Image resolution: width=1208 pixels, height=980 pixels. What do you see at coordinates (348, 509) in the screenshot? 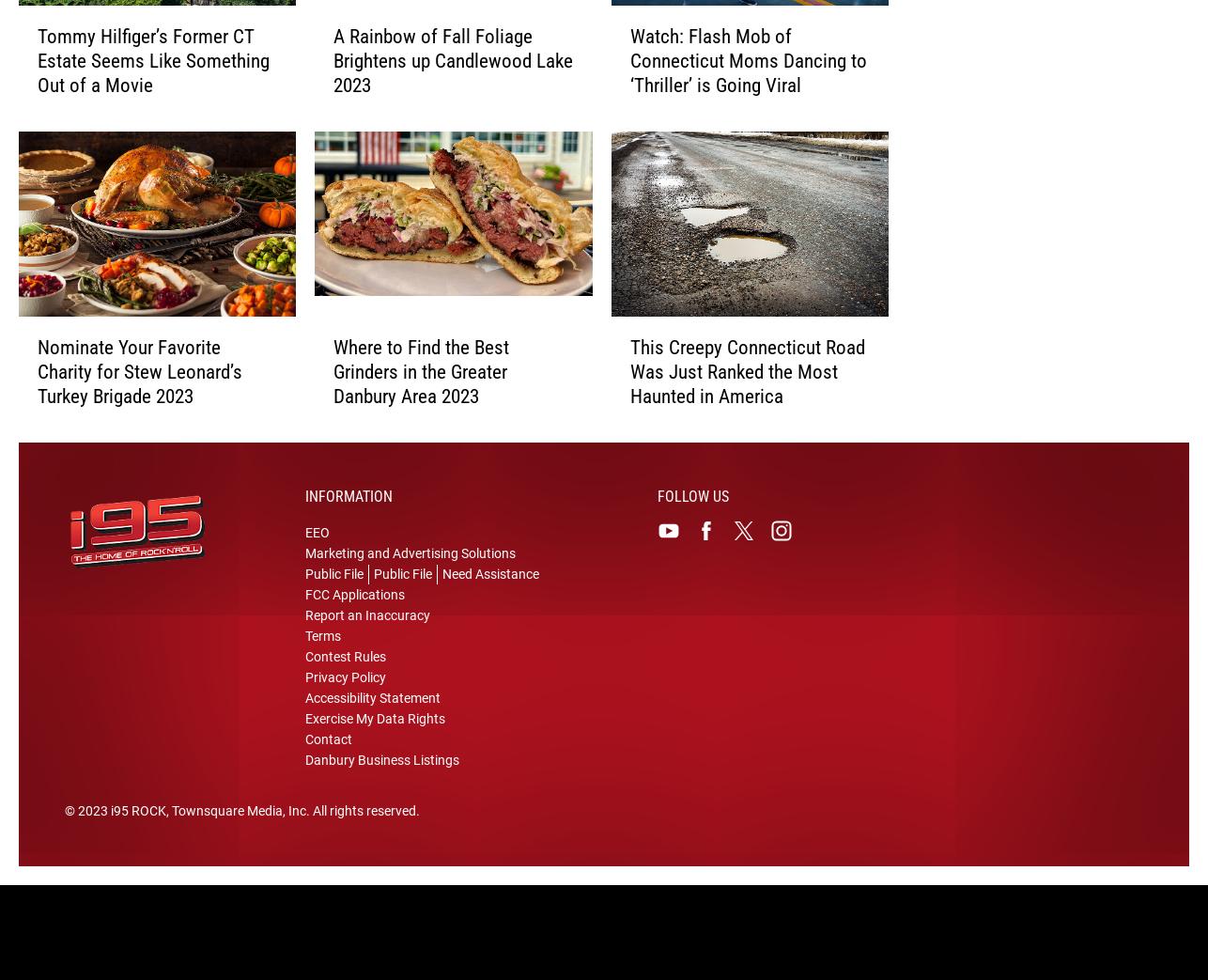
I see `'Information'` at bounding box center [348, 509].